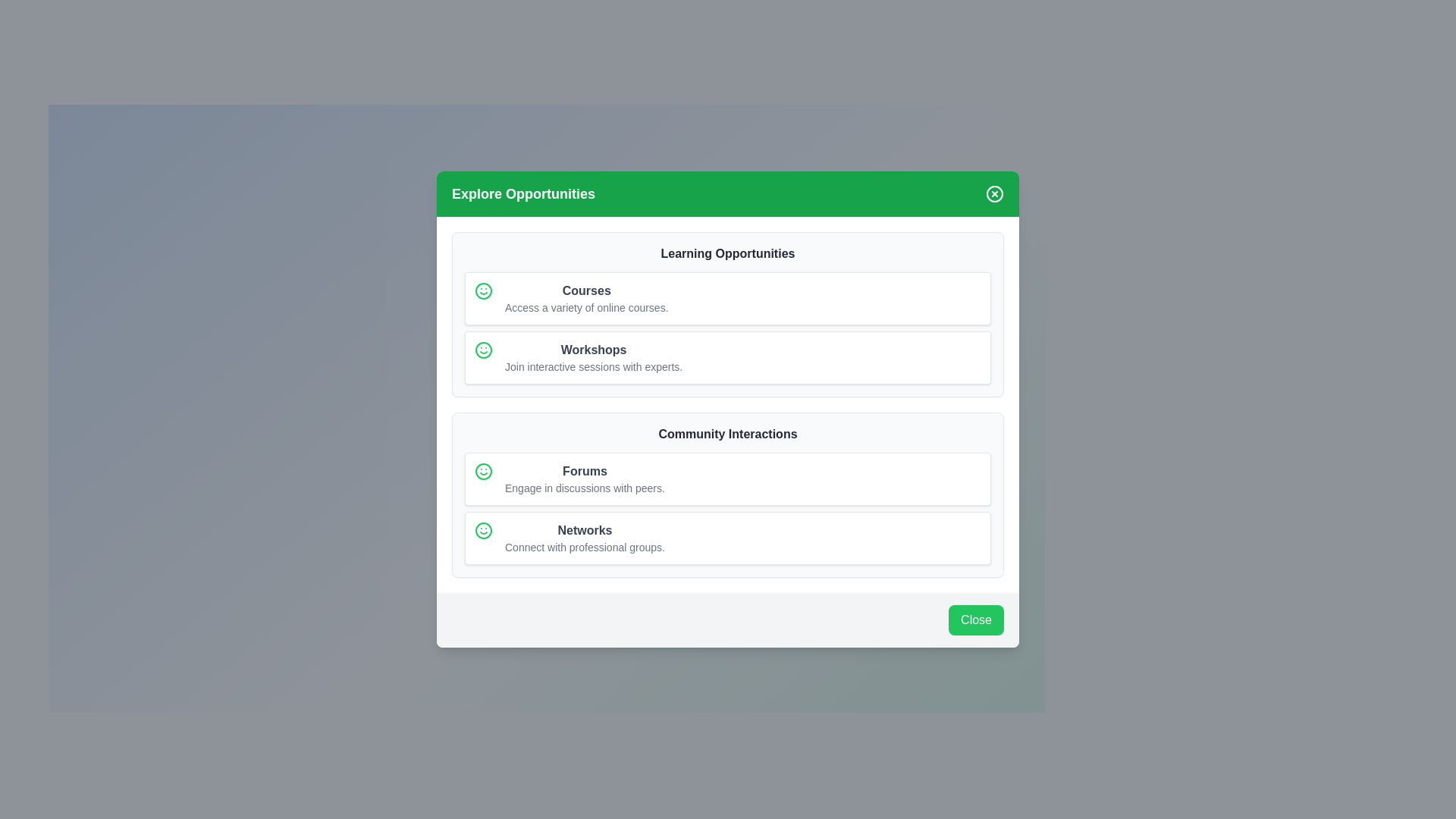 The height and width of the screenshot is (819, 1456). Describe the element at coordinates (728, 357) in the screenshot. I see `the Informational Card titled 'Workshops' located in the 'Learning Opportunities' section of the 'Explore Opportunities' modal window` at that location.